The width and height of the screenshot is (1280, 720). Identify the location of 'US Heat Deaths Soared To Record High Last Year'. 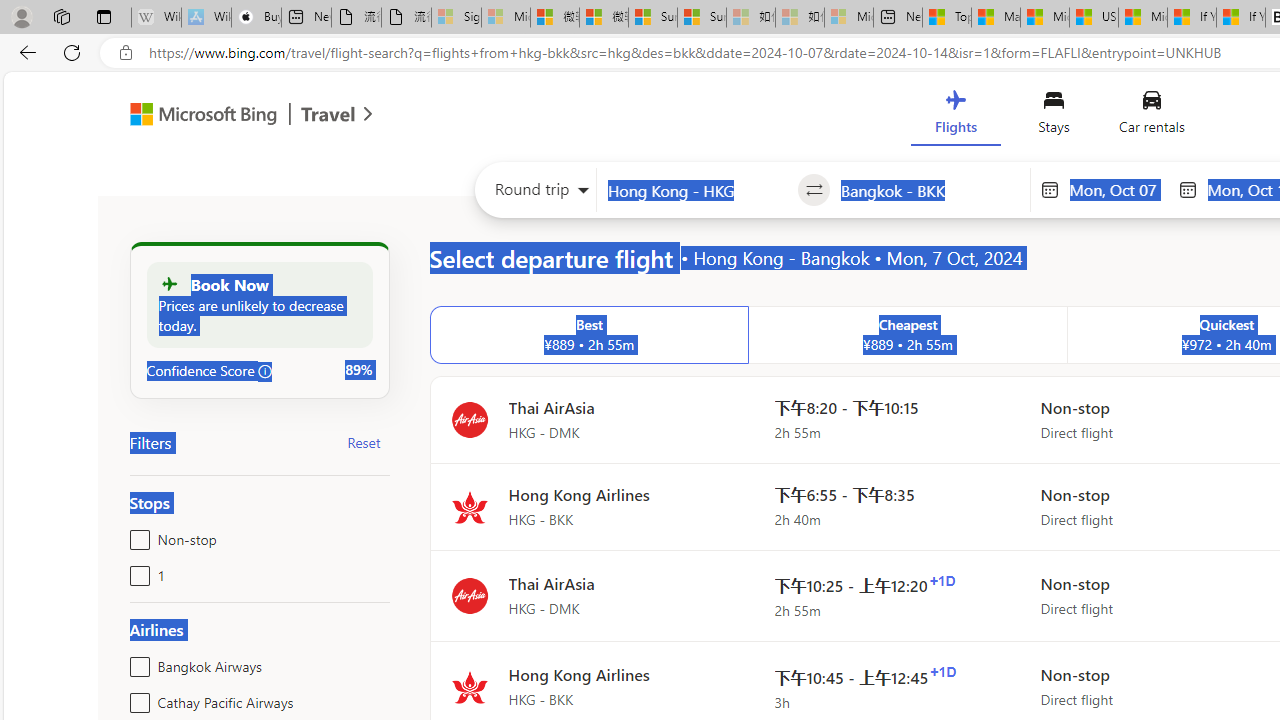
(1092, 17).